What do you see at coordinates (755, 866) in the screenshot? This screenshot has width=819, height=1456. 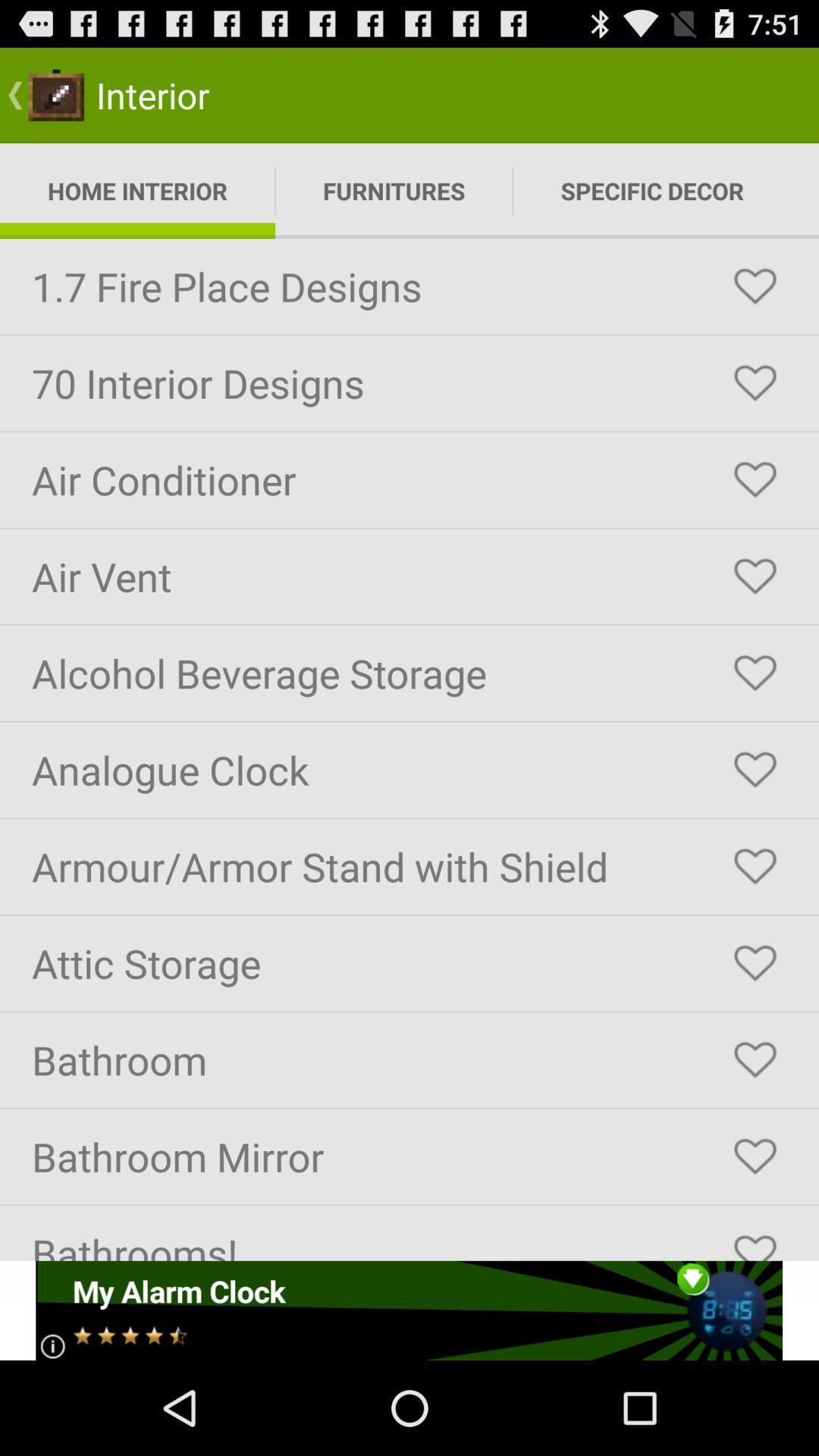 I see `like the corresponding home interior` at bounding box center [755, 866].